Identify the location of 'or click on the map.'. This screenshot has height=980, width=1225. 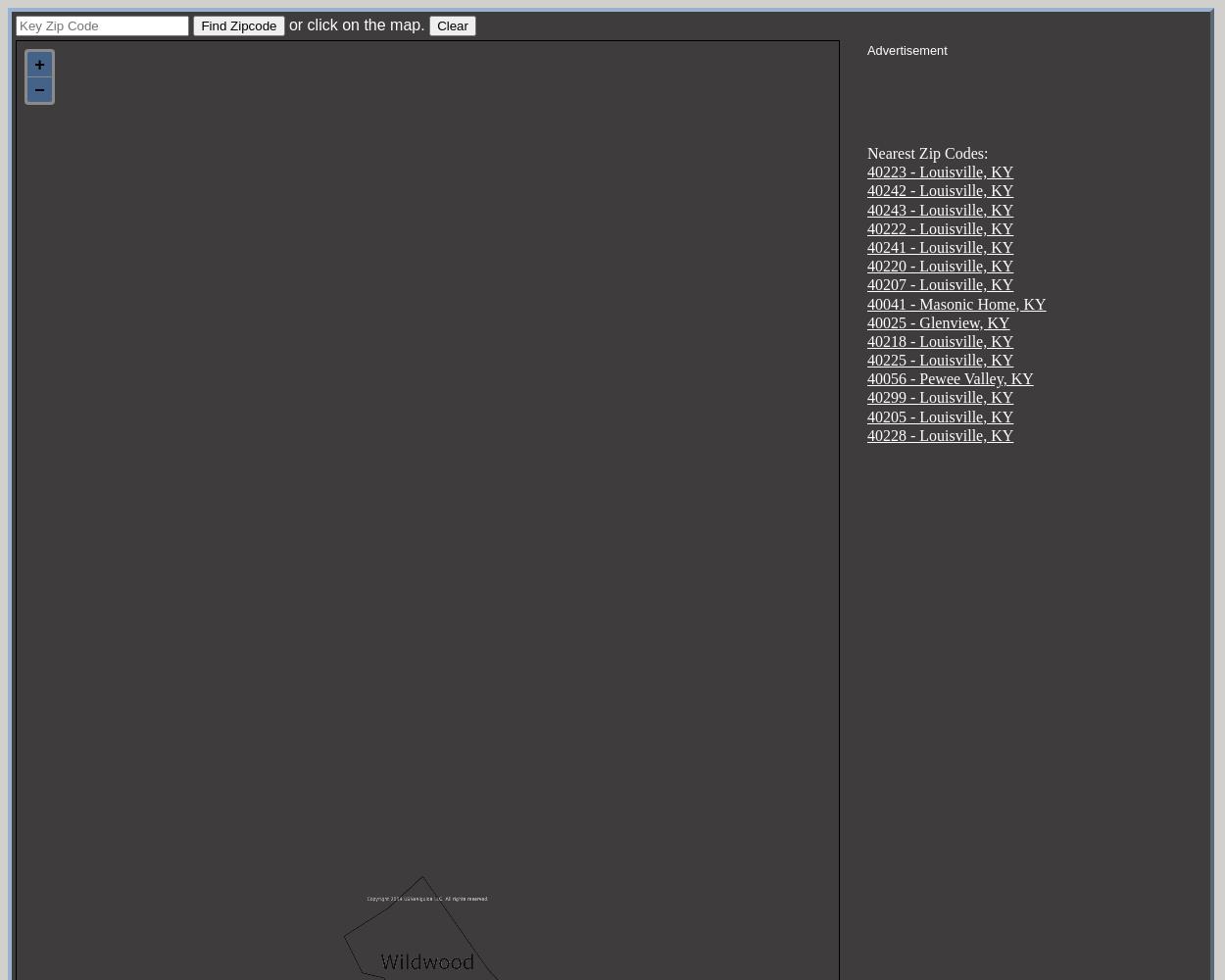
(356, 24).